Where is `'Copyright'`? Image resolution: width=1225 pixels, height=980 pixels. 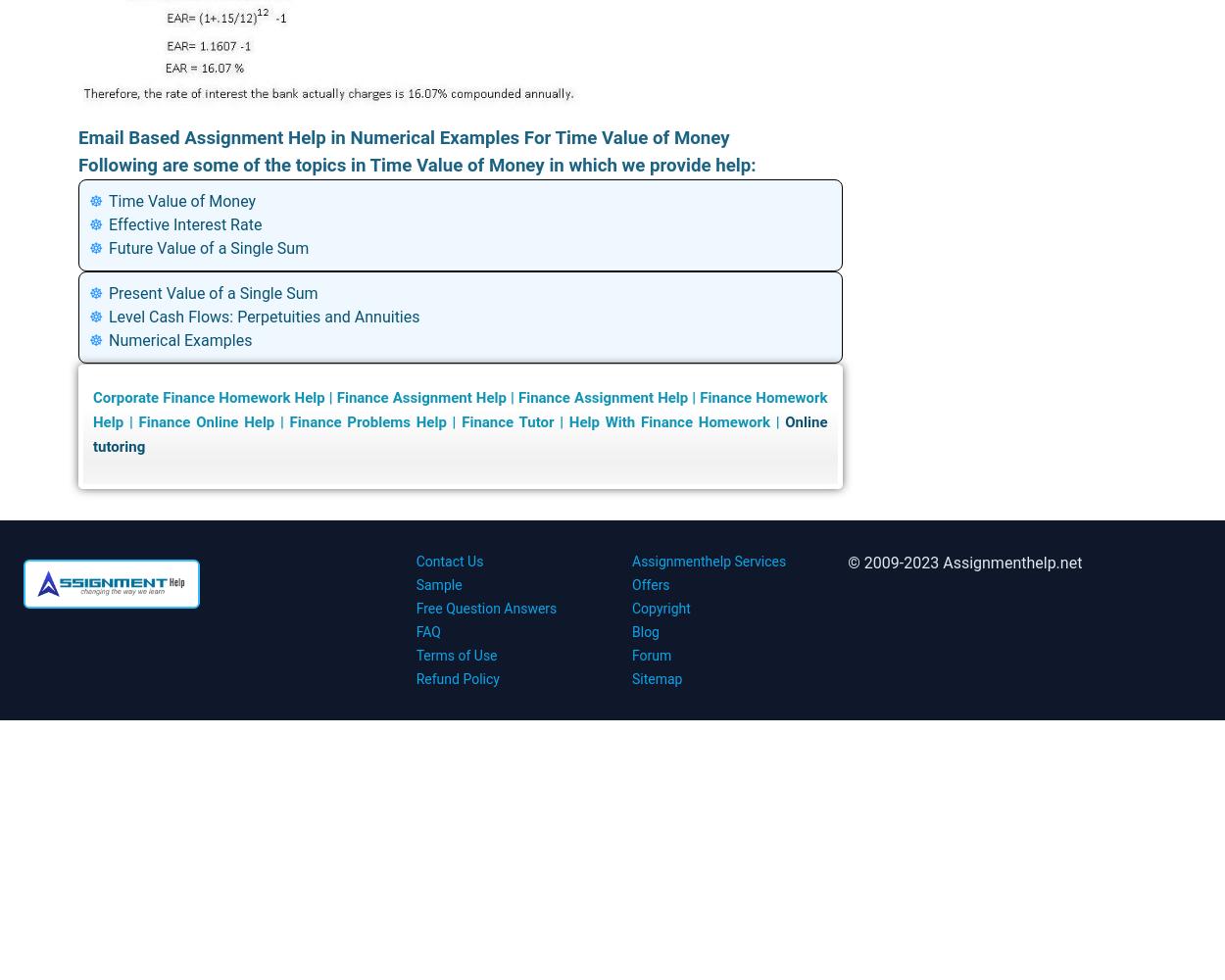 'Copyright' is located at coordinates (632, 608).